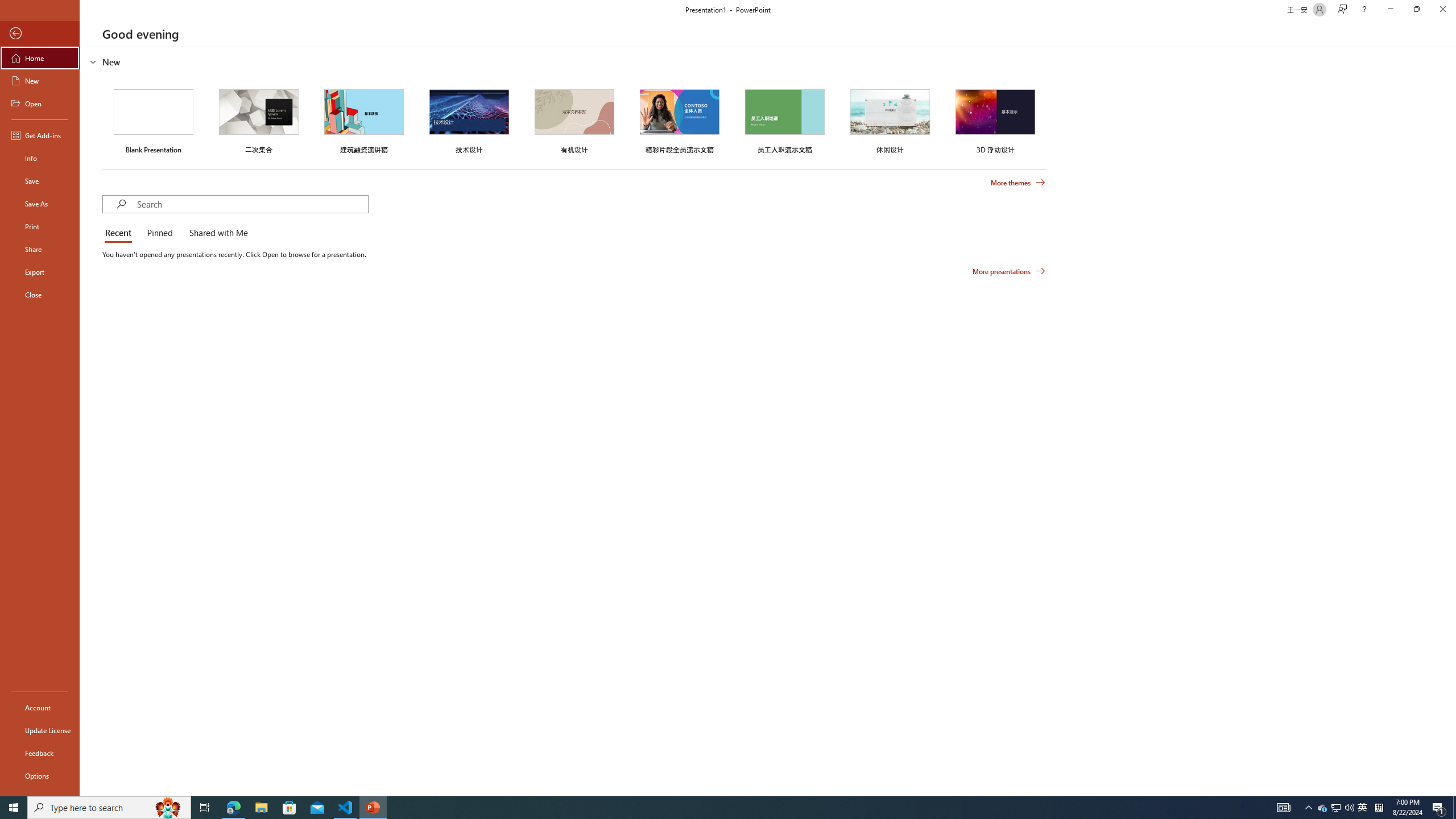 This screenshot has height=819, width=1456. I want to click on 'Save As', so click(39, 202).